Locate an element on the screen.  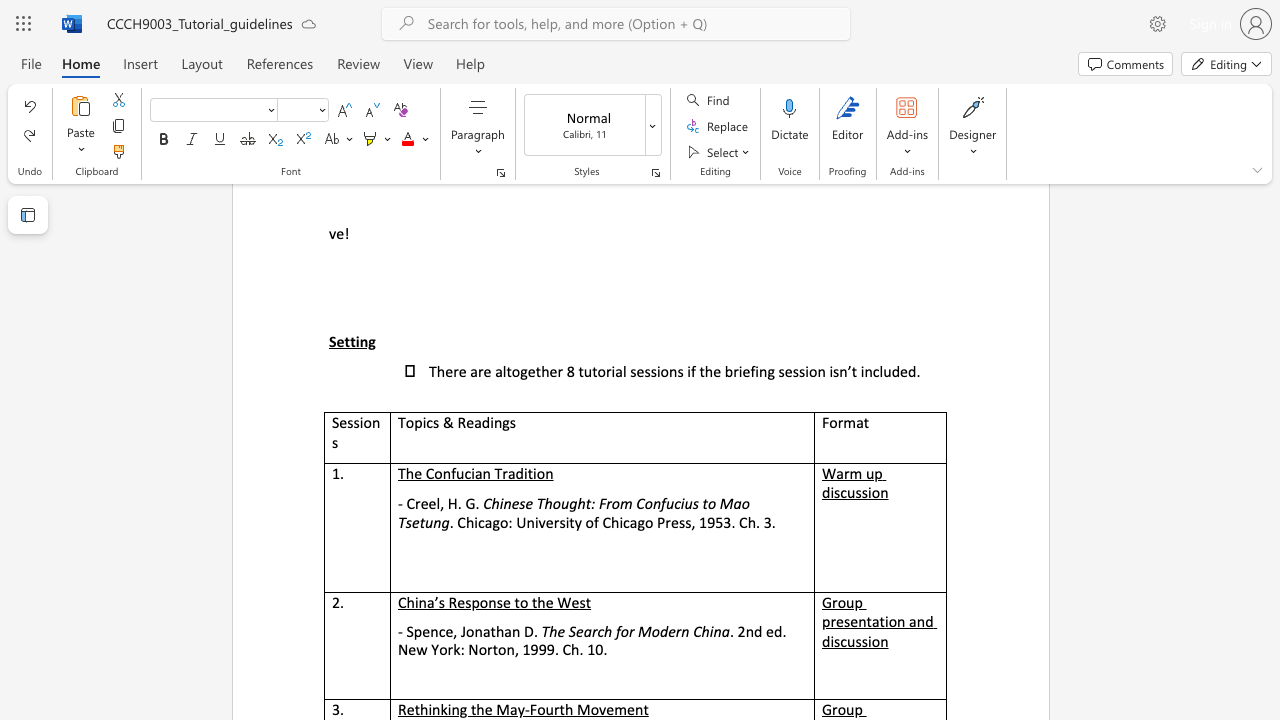
the subset text "an" within the text "- Spence, Jonathan D." is located at coordinates (504, 632).